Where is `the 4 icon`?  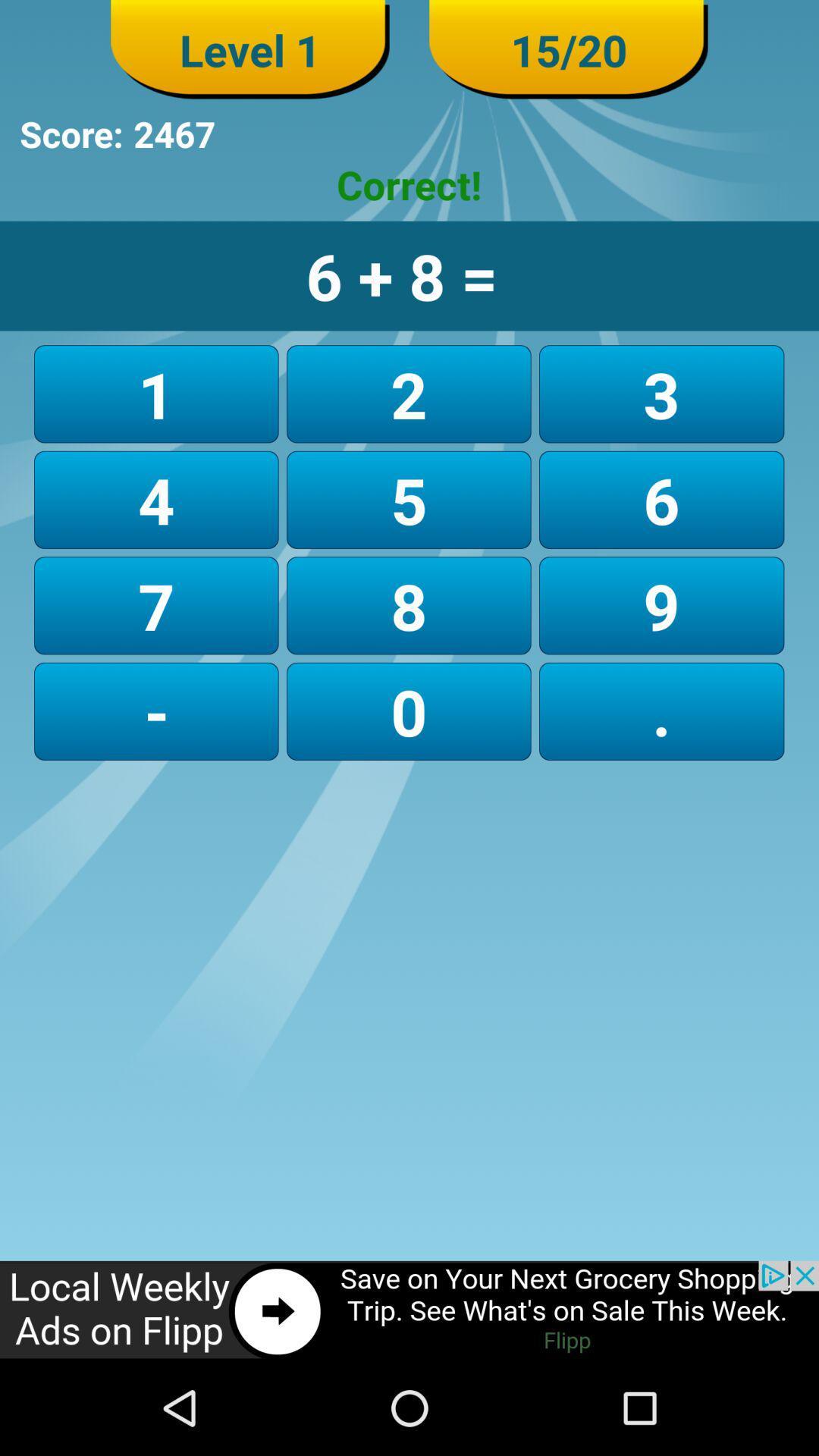 the 4 icon is located at coordinates (156, 500).